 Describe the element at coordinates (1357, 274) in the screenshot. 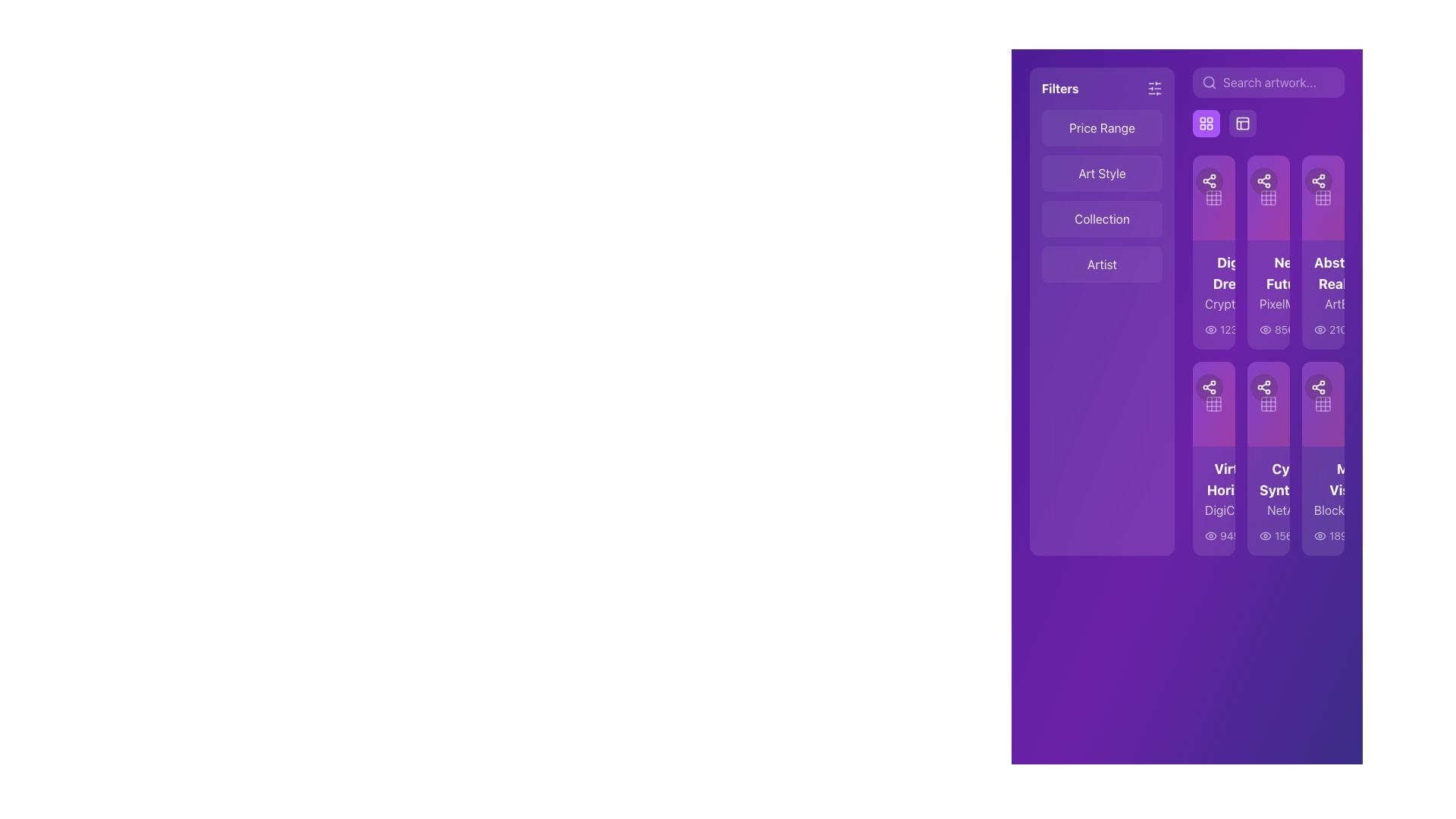

I see `the Text Label displaying '1.8 ETH' in bold purple font, located within a rounded rectangle background` at that location.